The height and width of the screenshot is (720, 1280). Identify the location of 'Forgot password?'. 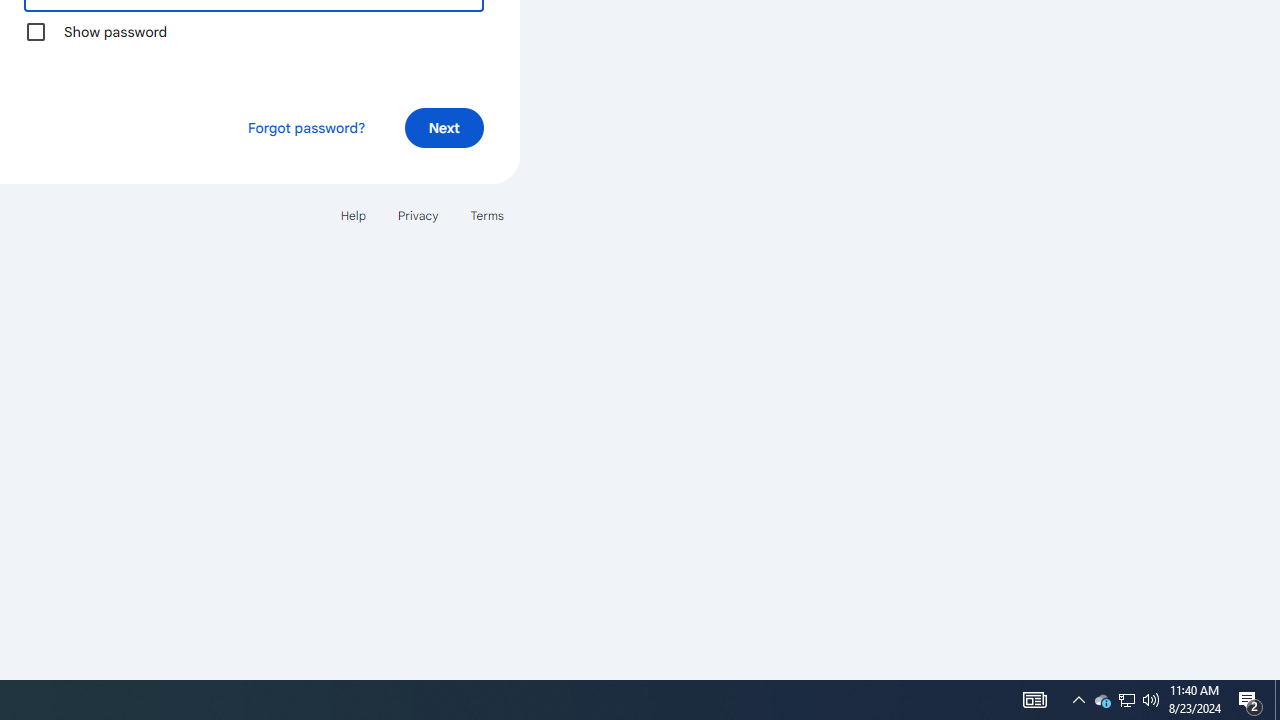
(304, 127).